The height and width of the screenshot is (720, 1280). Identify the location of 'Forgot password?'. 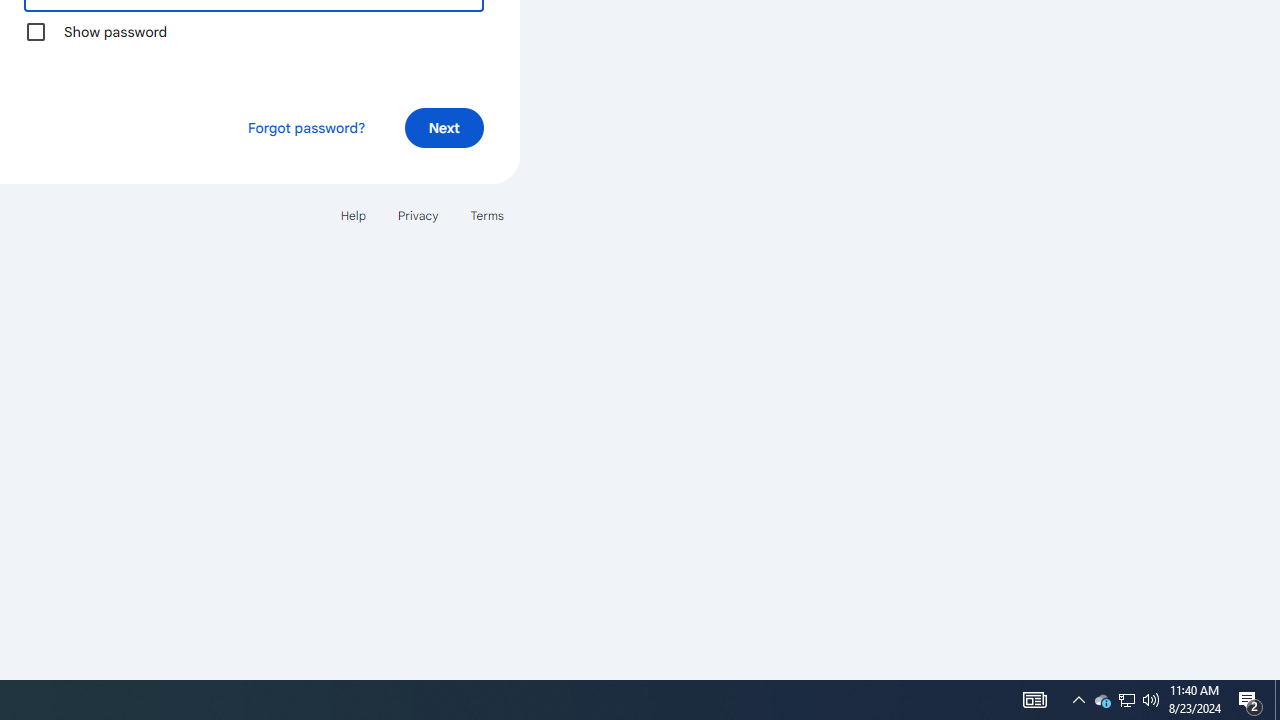
(304, 127).